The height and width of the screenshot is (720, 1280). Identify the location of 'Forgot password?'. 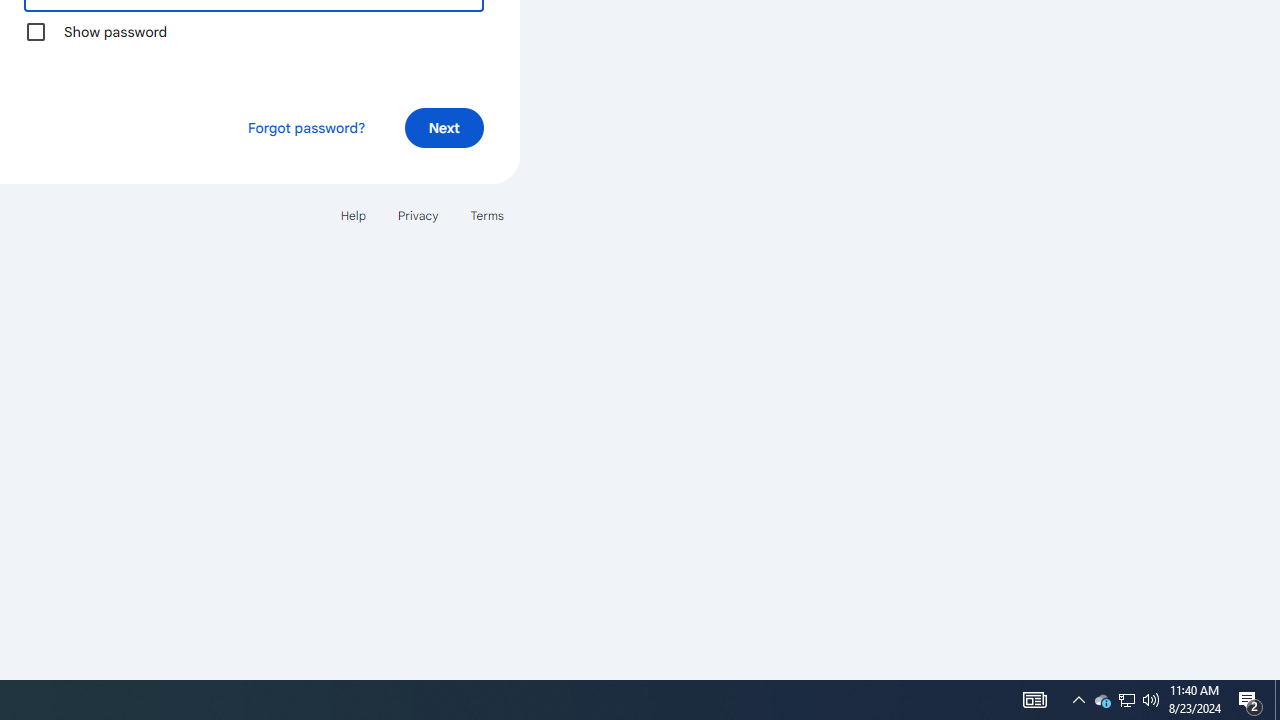
(304, 127).